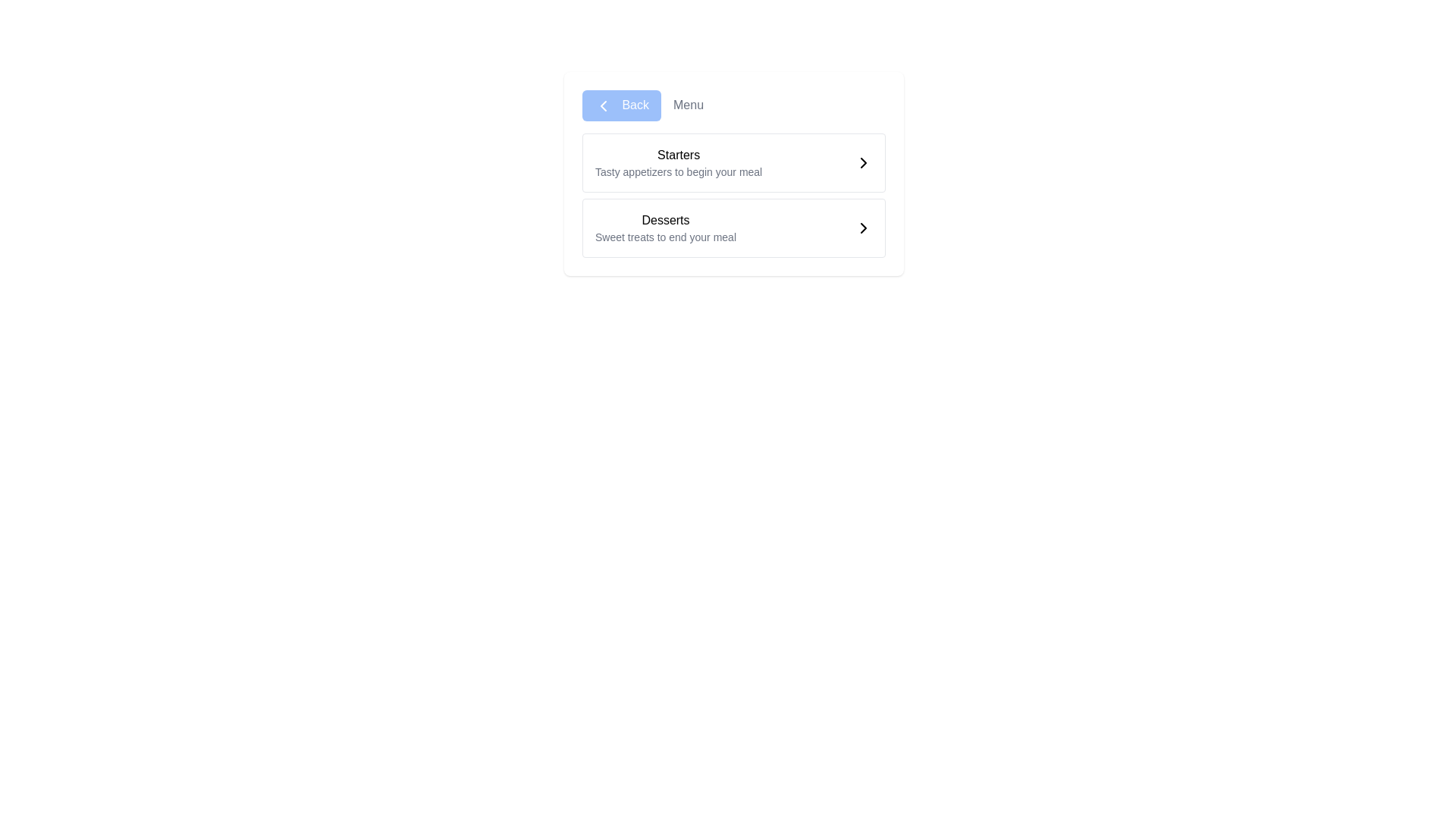 This screenshot has height=819, width=1456. What do you see at coordinates (666, 237) in the screenshot?
I see `the static text component reading 'Sweet treats to end your meal', which is positioned beneath the bolded title 'Desserts'` at bounding box center [666, 237].